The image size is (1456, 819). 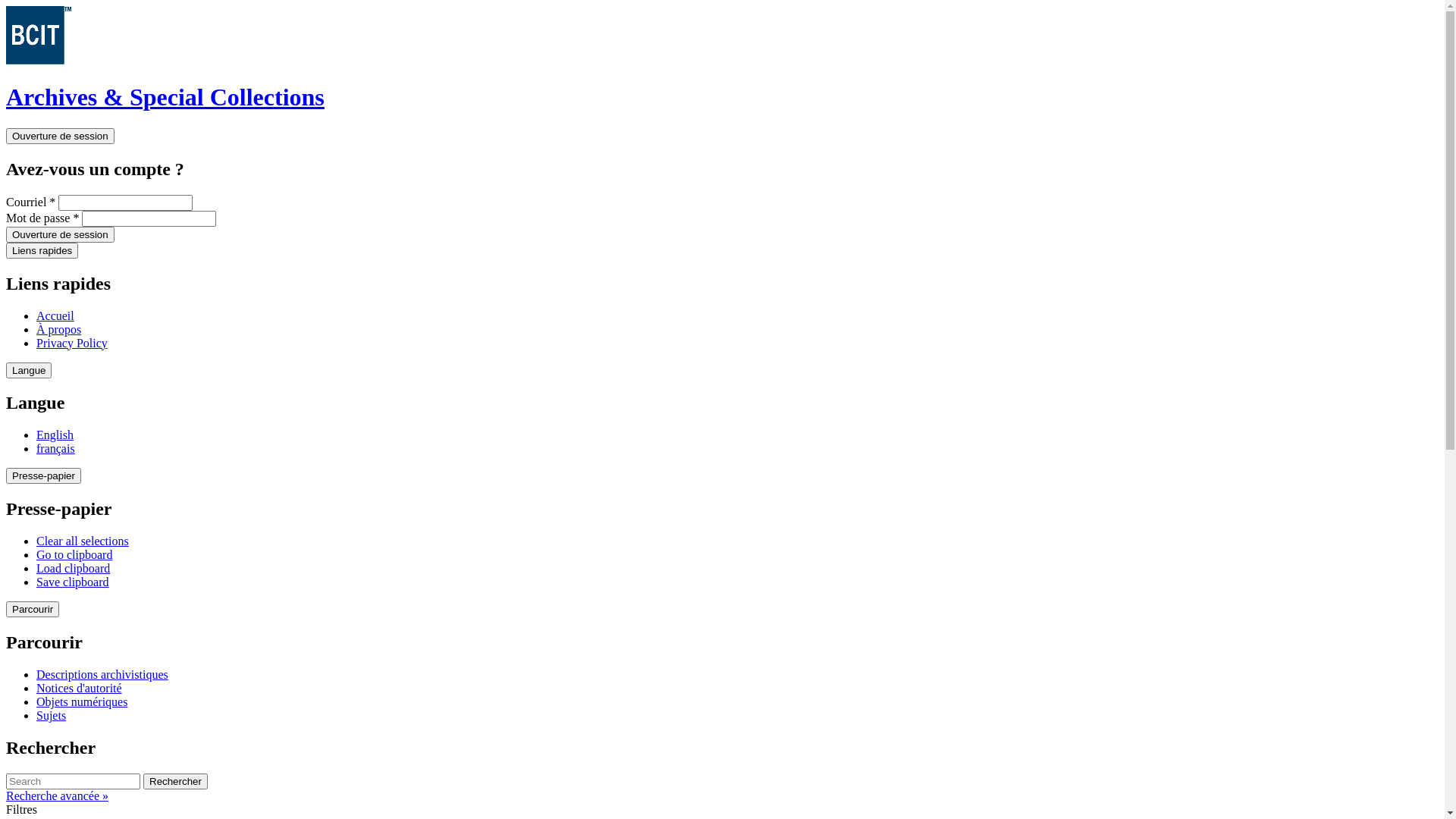 I want to click on 'Rechercher', so click(x=175, y=781).